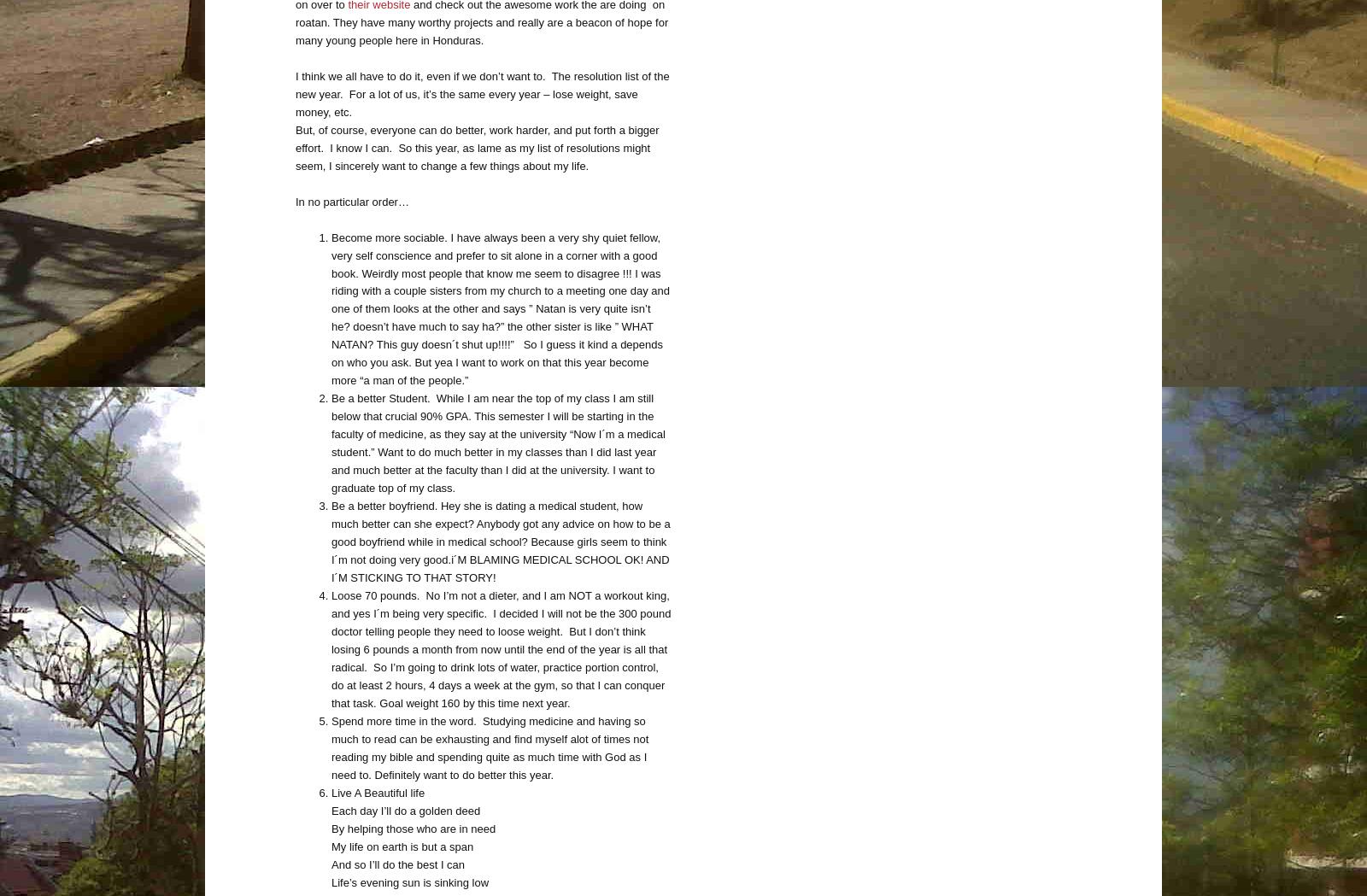 The width and height of the screenshot is (1367, 896). What do you see at coordinates (499, 542) in the screenshot?
I see `'Be a better boyfriend. Hey she is dating a medical student, how much better can she expect? Anybody got any advice on how to be a good boyfriend while in medical school? Because girls seem to think I´m not doing very good.i´M BLAMING MEDICAL SCHOOL OK! AND I´M STICKING TO THAT STORY!'` at bounding box center [499, 542].